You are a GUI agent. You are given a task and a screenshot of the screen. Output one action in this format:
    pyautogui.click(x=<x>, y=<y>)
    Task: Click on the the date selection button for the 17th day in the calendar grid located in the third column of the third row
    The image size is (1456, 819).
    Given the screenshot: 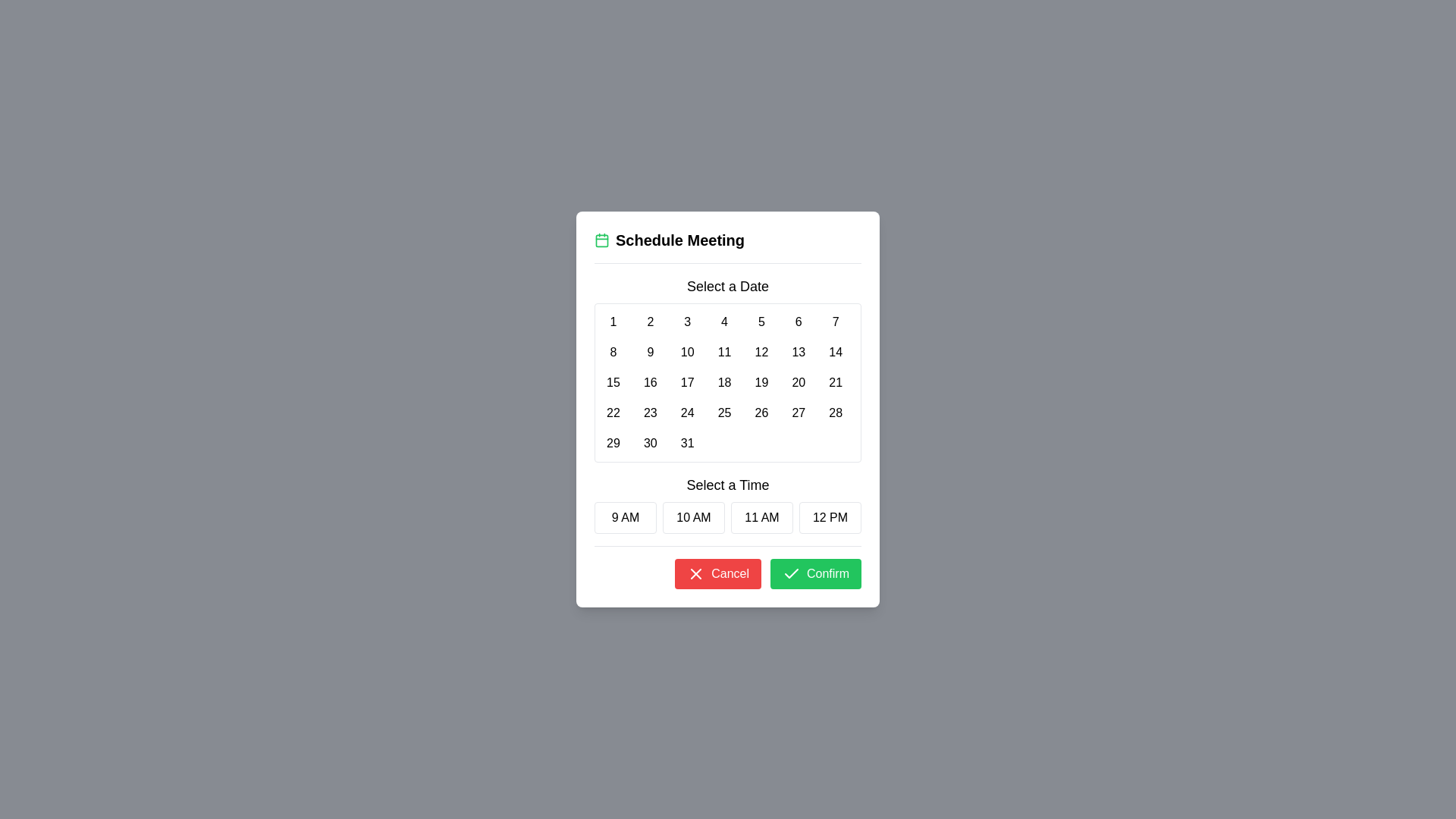 What is the action you would take?
    pyautogui.click(x=686, y=382)
    